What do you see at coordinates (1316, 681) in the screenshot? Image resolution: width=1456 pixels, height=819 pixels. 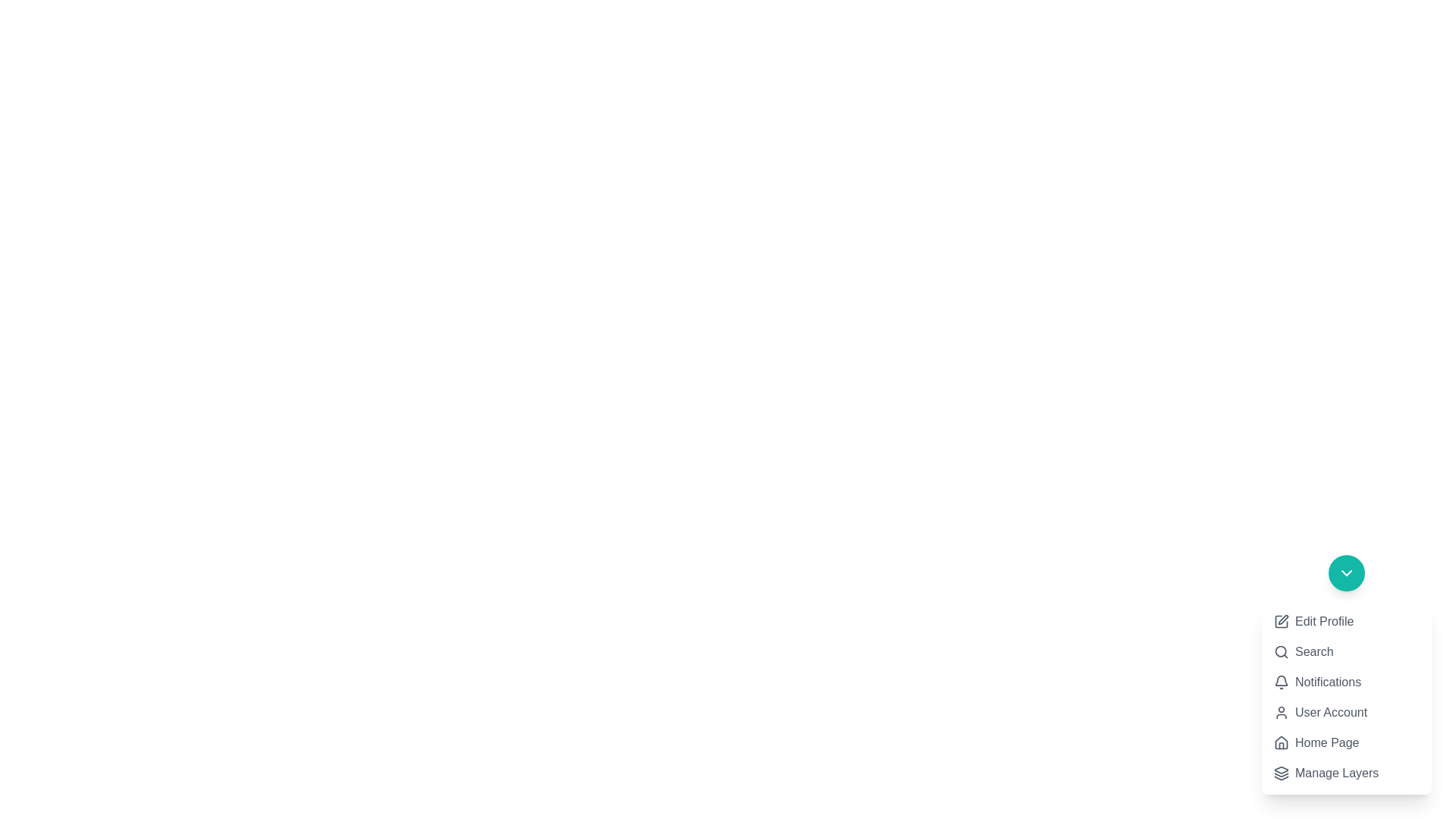 I see `the Interactive menu item, which is the third item in the vertical dropdown menu` at bounding box center [1316, 681].